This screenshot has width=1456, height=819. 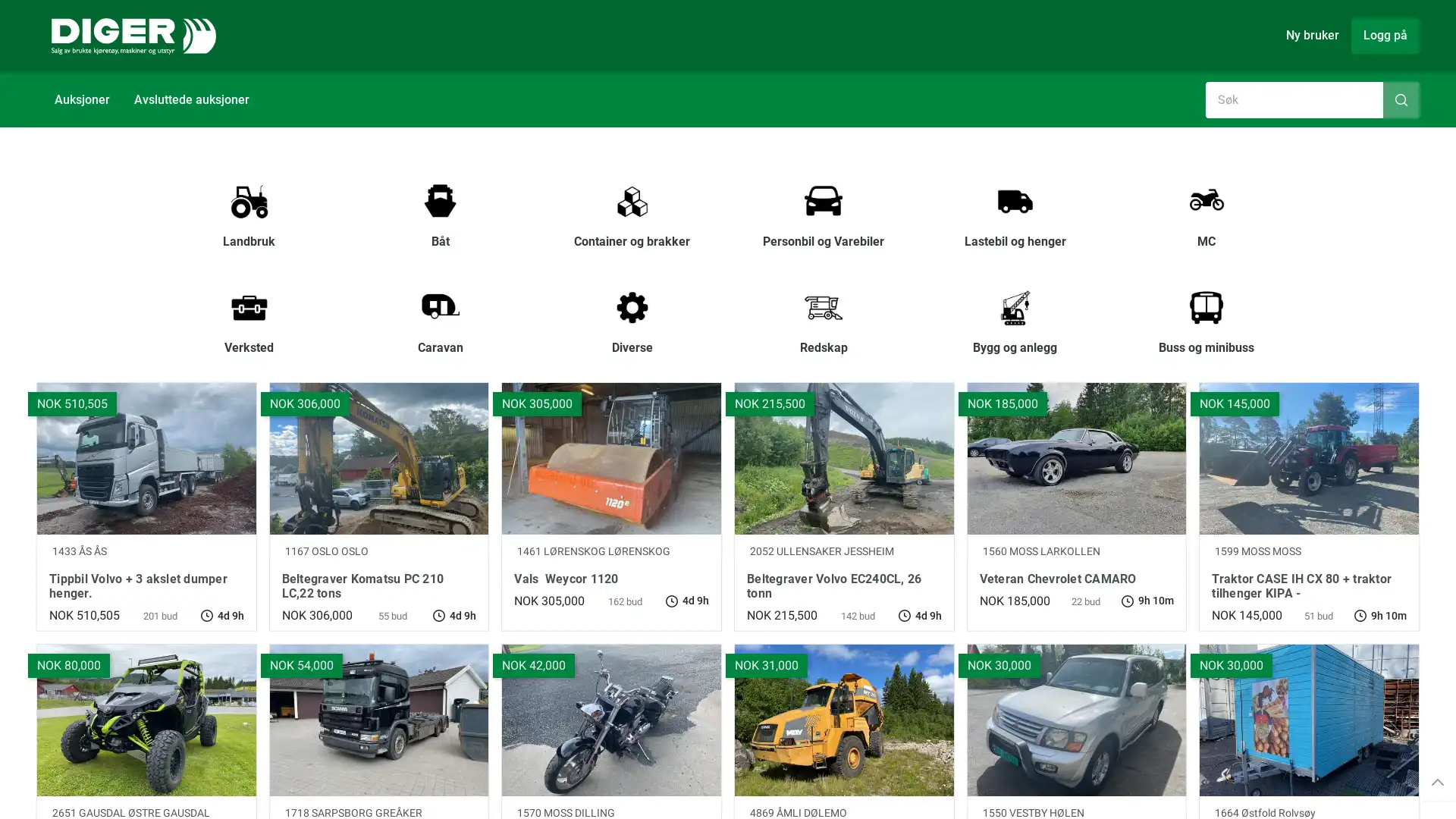 I want to click on Ny bruker, so click(x=1312, y=34).